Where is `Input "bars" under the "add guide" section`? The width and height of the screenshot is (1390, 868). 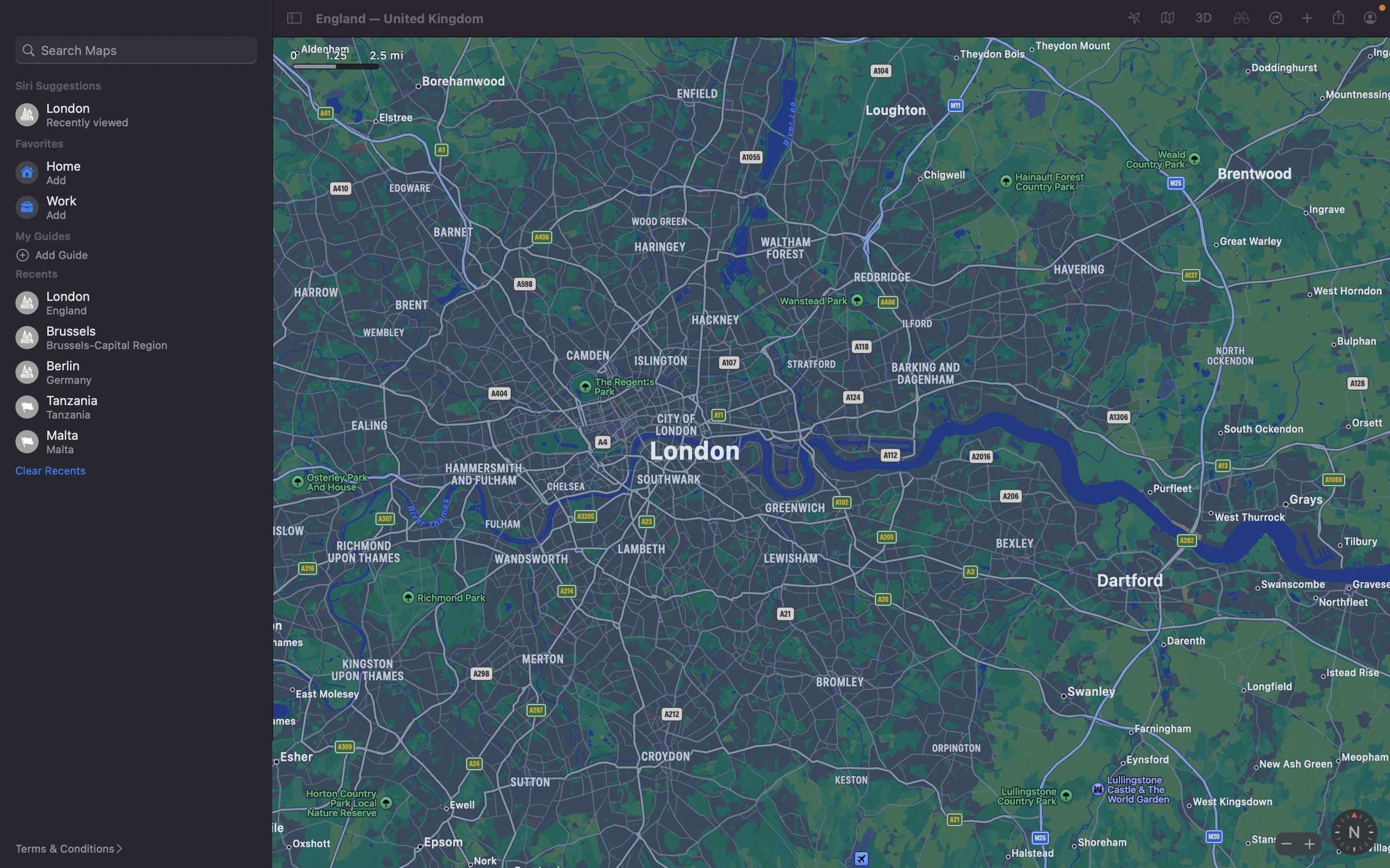
Input "bars" under the "add guide" section is located at coordinates (140, 254).